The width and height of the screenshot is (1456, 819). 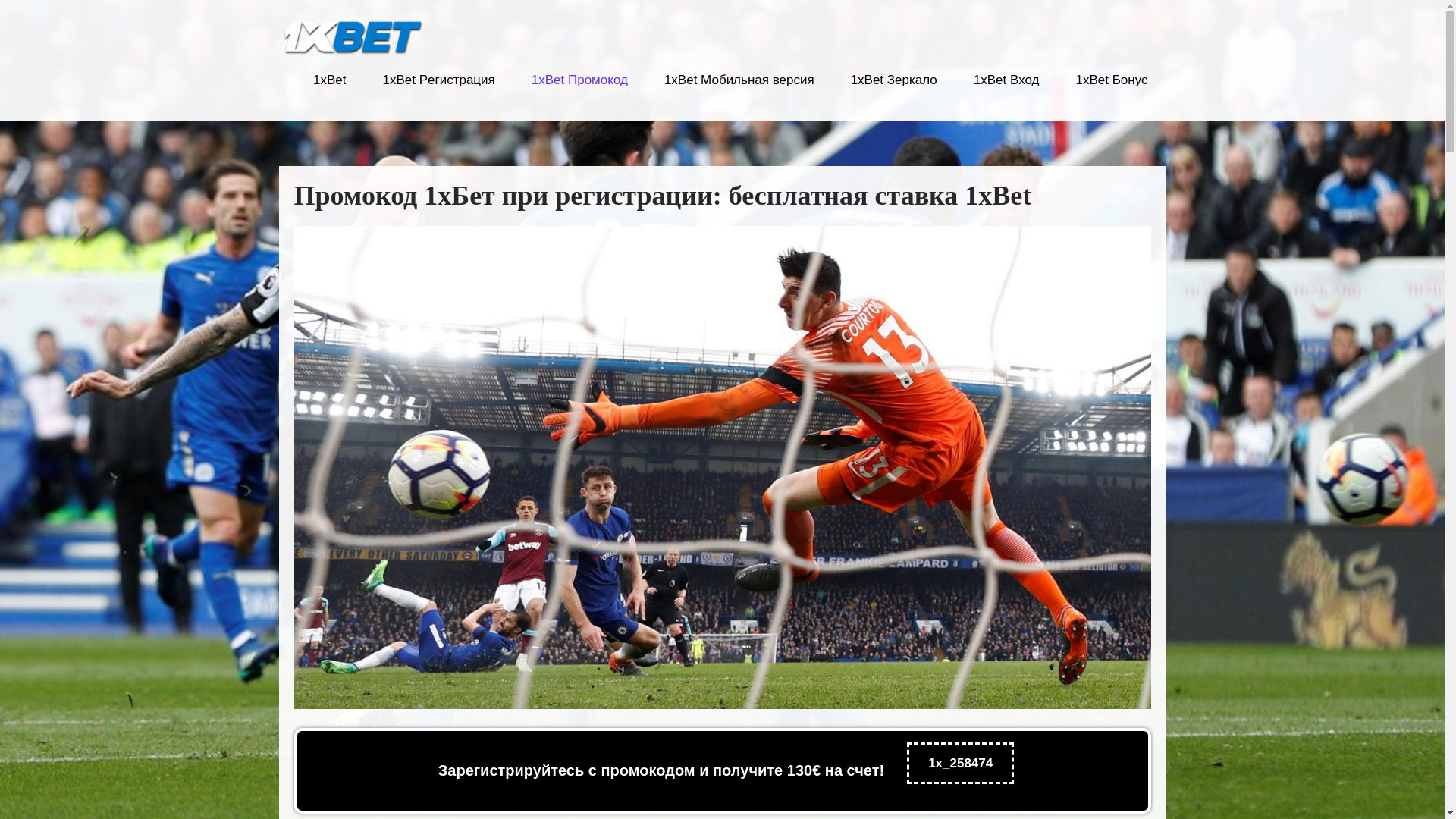 What do you see at coordinates (328, 89) in the screenshot?
I see `'1xBet'` at bounding box center [328, 89].